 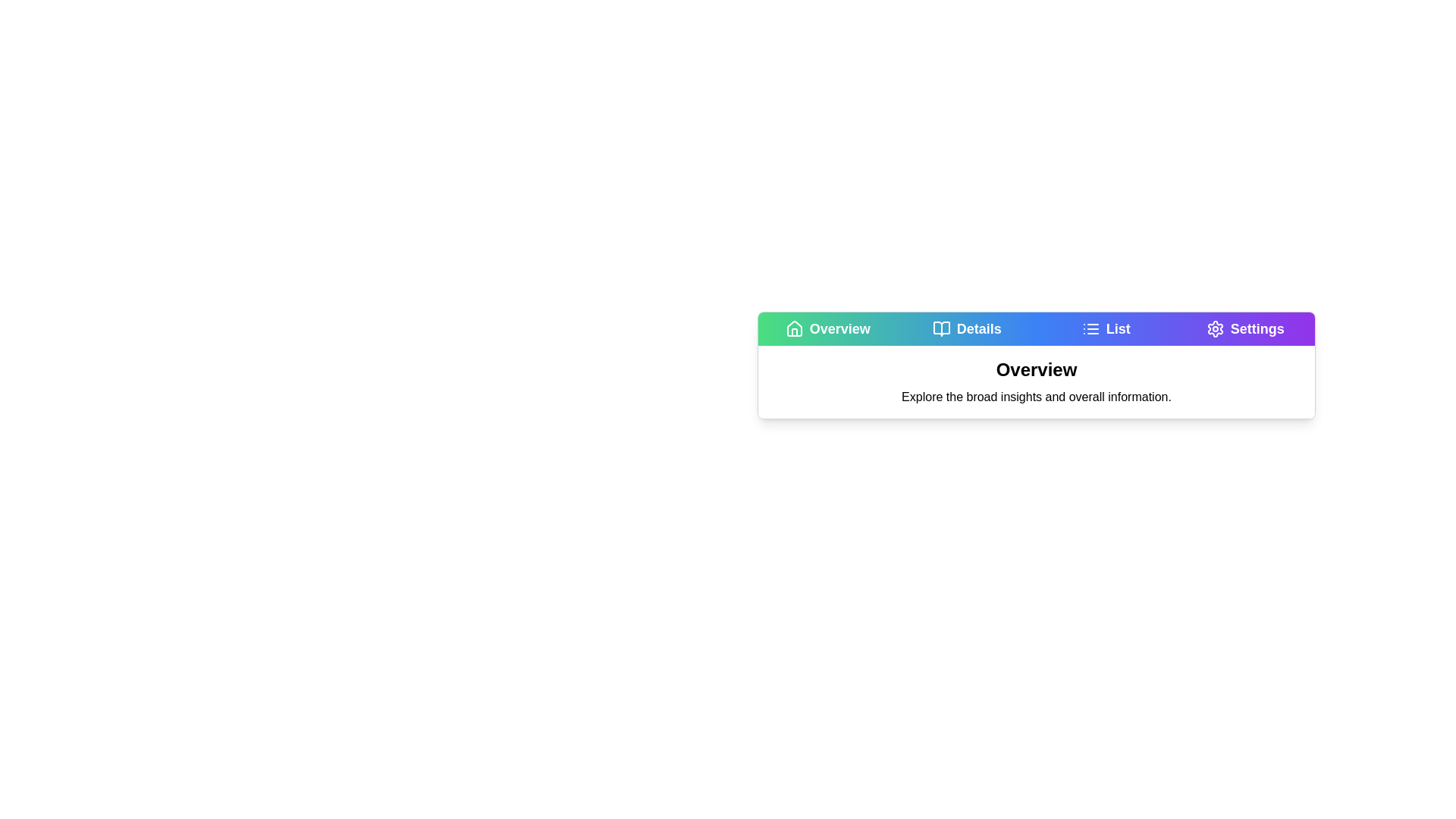 What do you see at coordinates (793, 328) in the screenshot?
I see `the 'Overview' icon located` at bounding box center [793, 328].